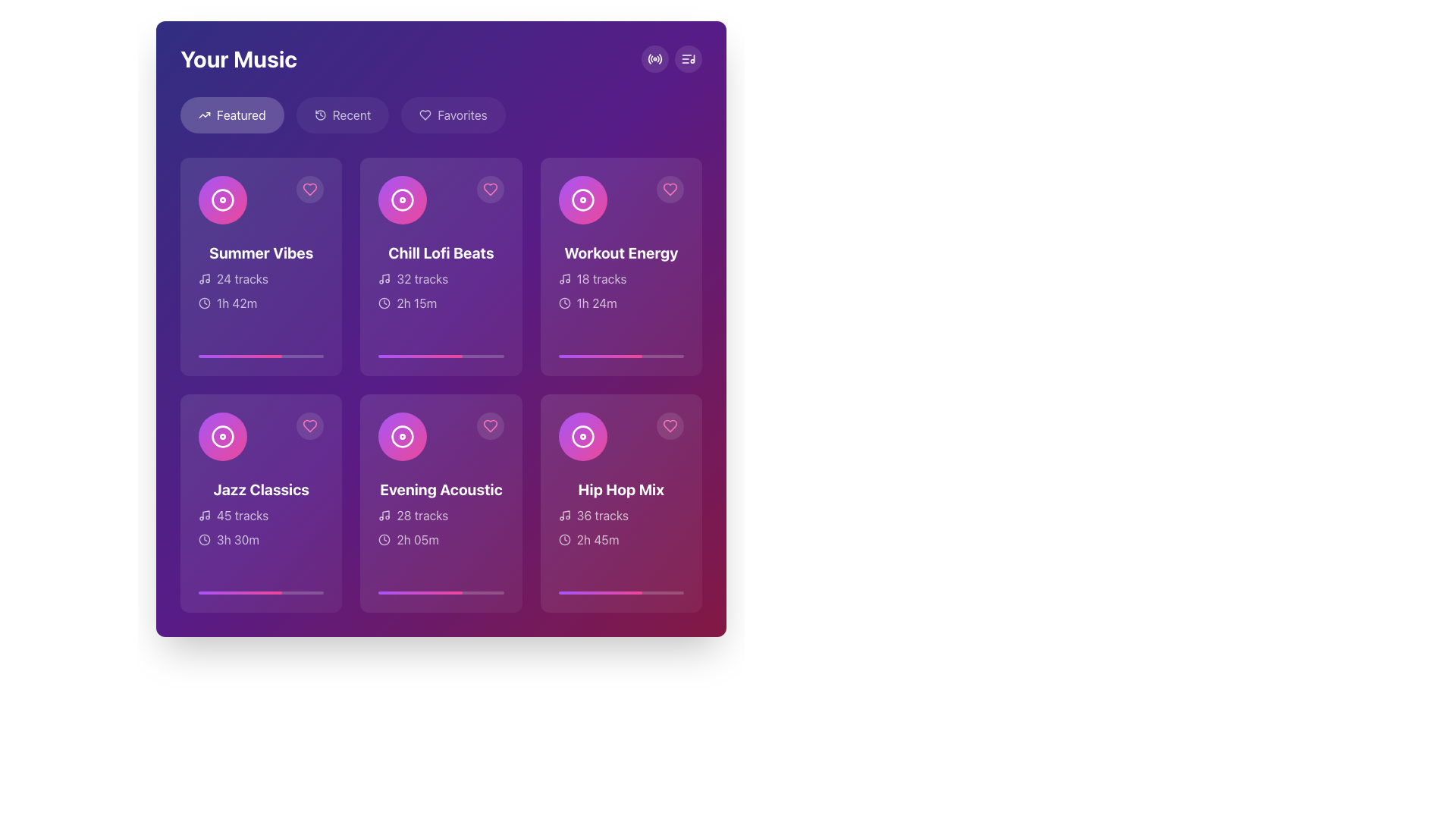  What do you see at coordinates (261, 253) in the screenshot?
I see `text content of the title label for the playlist located in the top-left card of the grid under the 'Featured' tab` at bounding box center [261, 253].